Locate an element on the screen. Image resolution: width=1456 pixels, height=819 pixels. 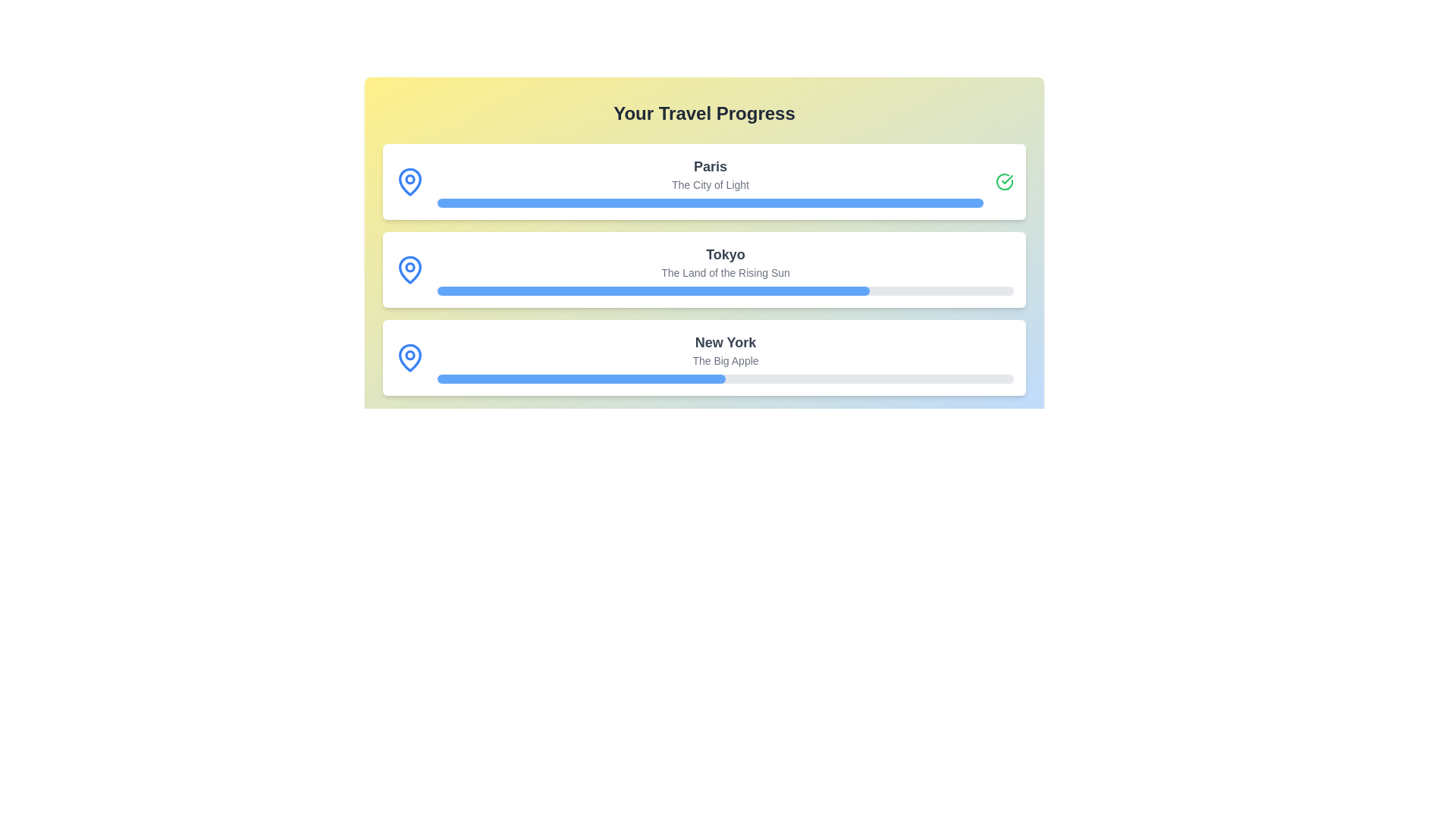
the text label displaying 'Paris', which is styled in bold gray font and located at the top of the interface, above the text 'The City of Light' is located at coordinates (709, 166).